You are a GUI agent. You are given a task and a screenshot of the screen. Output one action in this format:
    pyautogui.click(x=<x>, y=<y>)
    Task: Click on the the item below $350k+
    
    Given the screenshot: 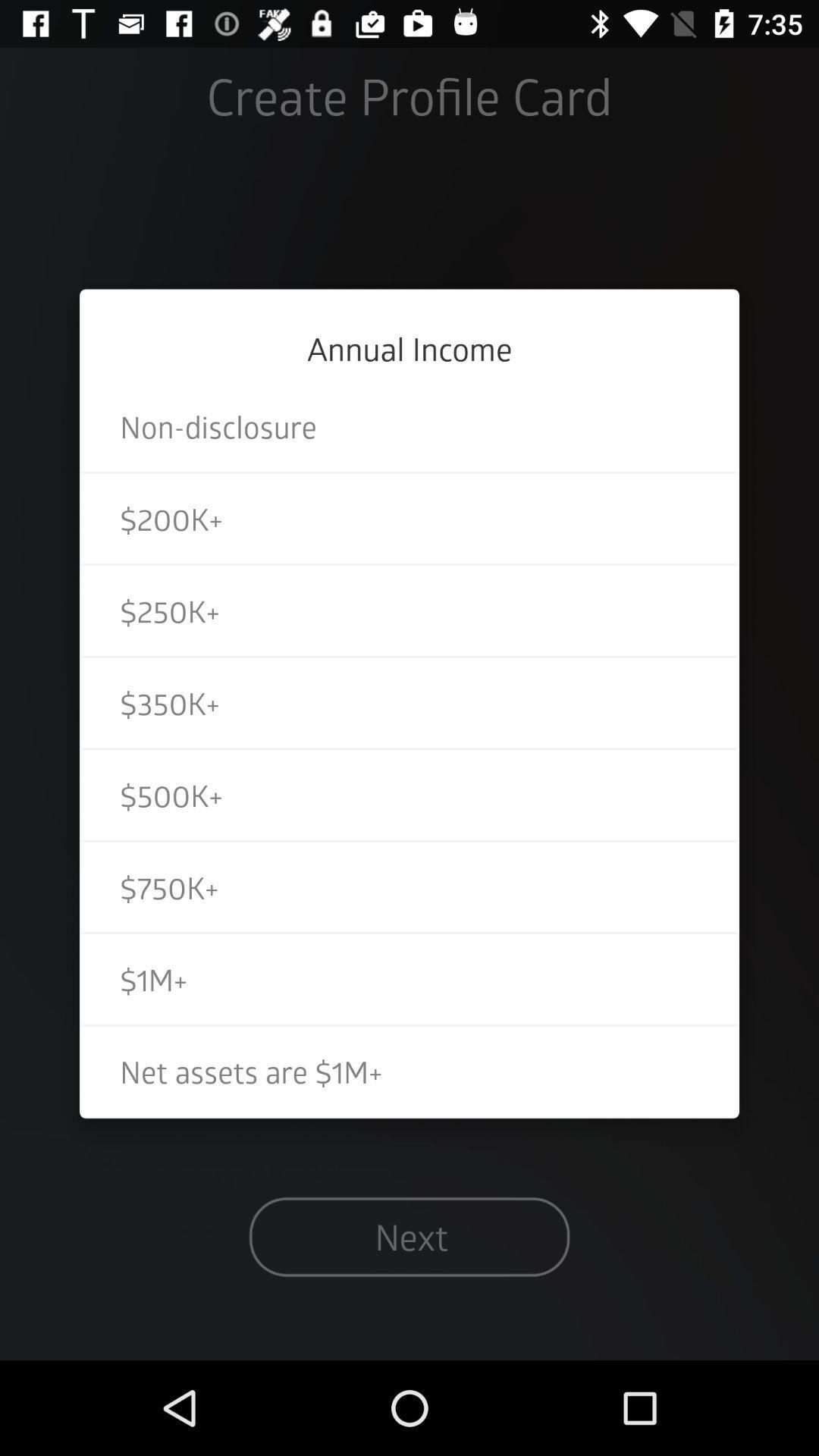 What is the action you would take?
    pyautogui.click(x=409, y=794)
    